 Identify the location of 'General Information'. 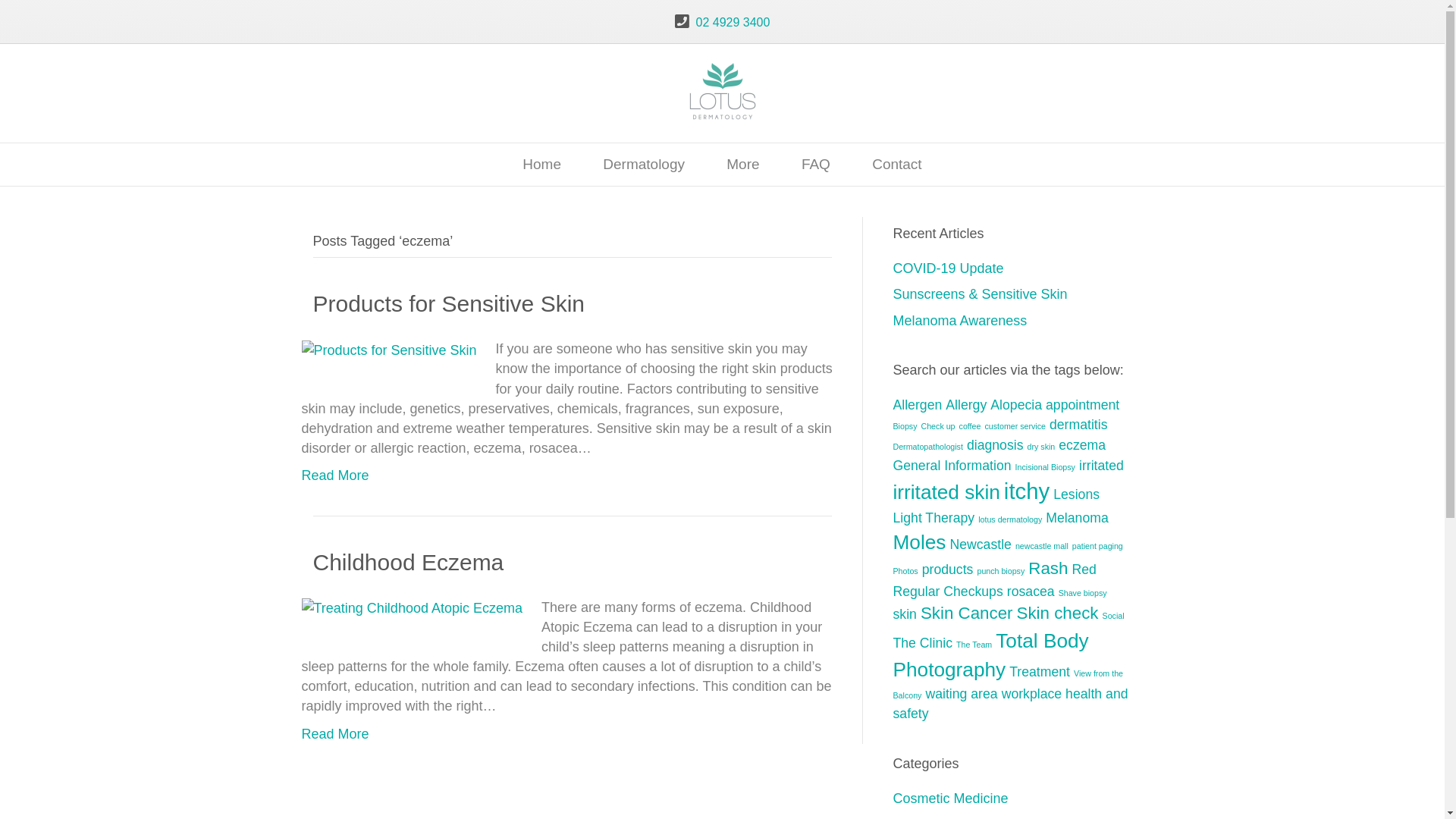
(952, 464).